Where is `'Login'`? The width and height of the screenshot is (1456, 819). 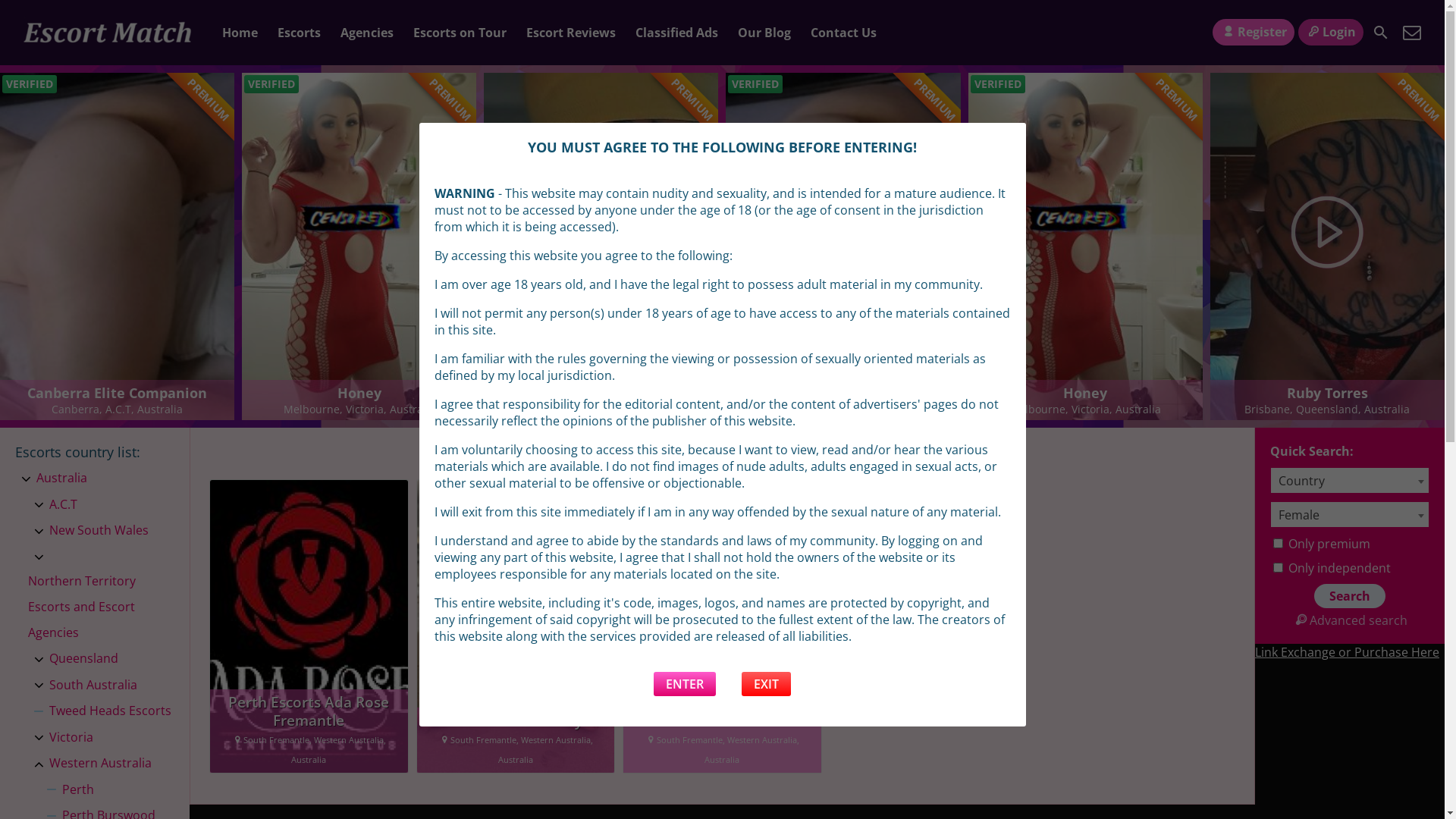 'Login' is located at coordinates (1330, 32).